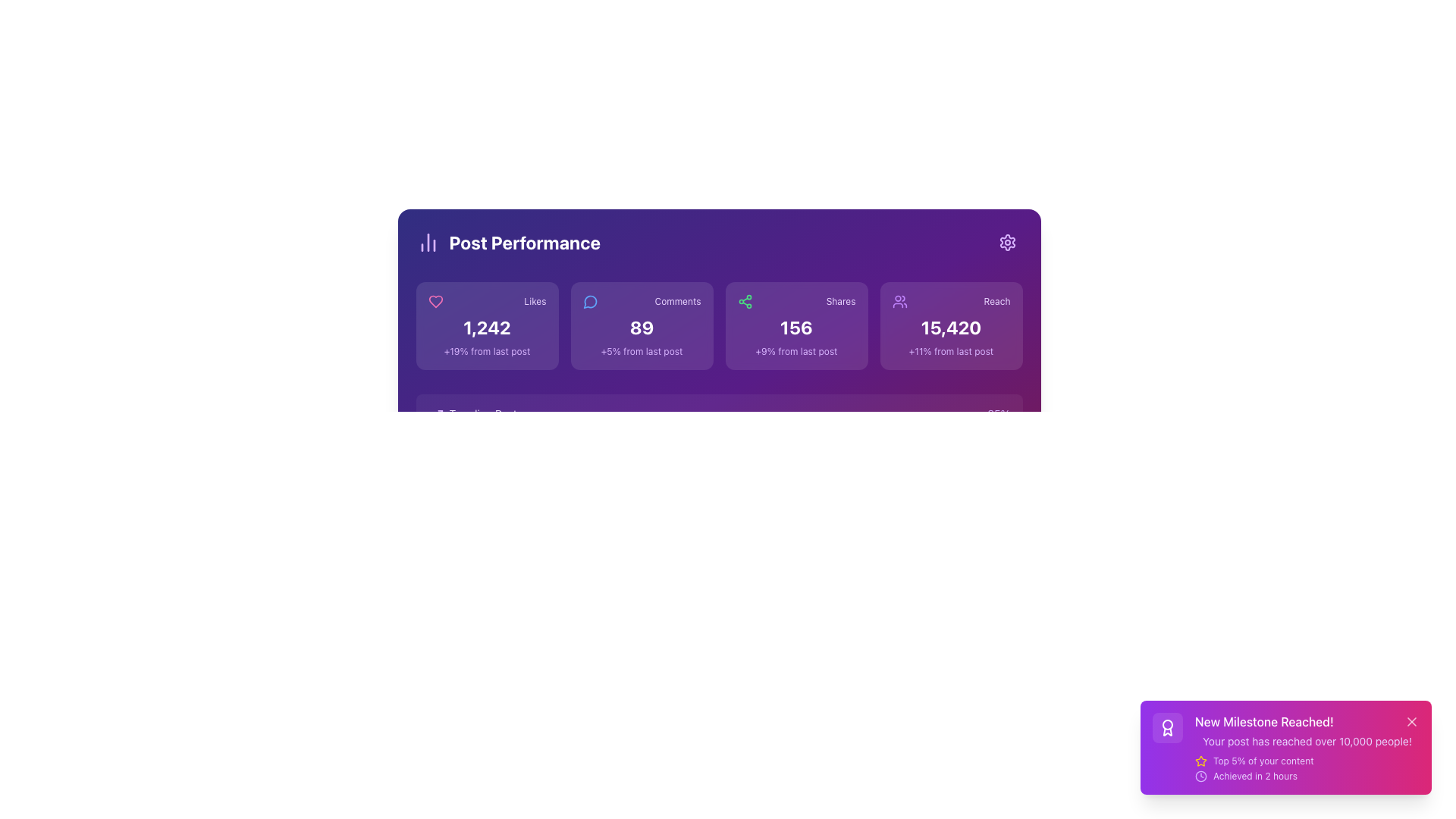 This screenshot has height=819, width=1456. I want to click on the Informative Card displaying the number of shares (156) and comparison to previous post (+9%) in the third box of the horizontal row, so click(795, 325).